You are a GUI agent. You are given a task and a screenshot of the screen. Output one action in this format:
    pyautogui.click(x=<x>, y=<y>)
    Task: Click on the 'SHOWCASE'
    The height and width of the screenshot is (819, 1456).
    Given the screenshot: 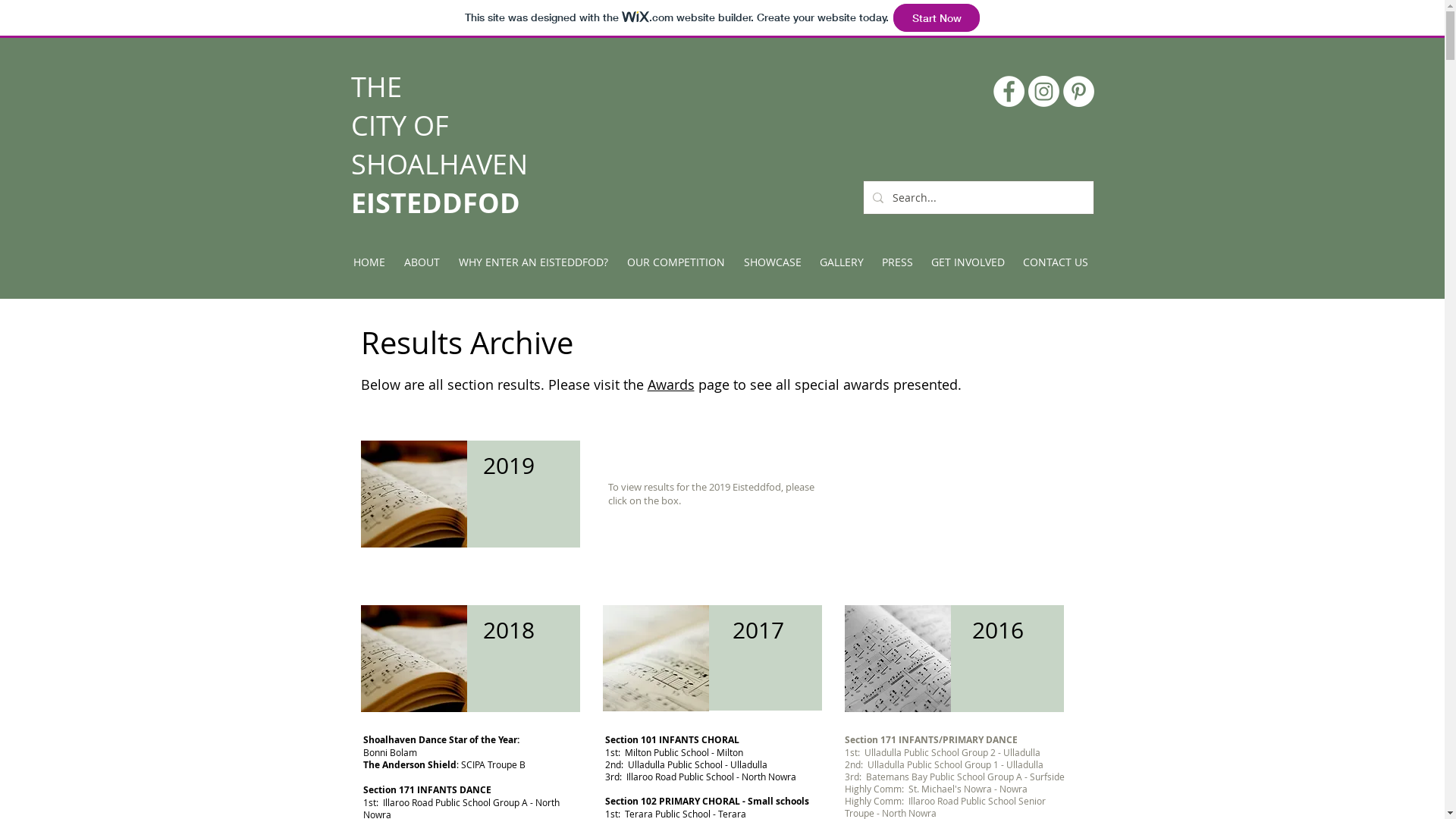 What is the action you would take?
    pyautogui.click(x=773, y=262)
    